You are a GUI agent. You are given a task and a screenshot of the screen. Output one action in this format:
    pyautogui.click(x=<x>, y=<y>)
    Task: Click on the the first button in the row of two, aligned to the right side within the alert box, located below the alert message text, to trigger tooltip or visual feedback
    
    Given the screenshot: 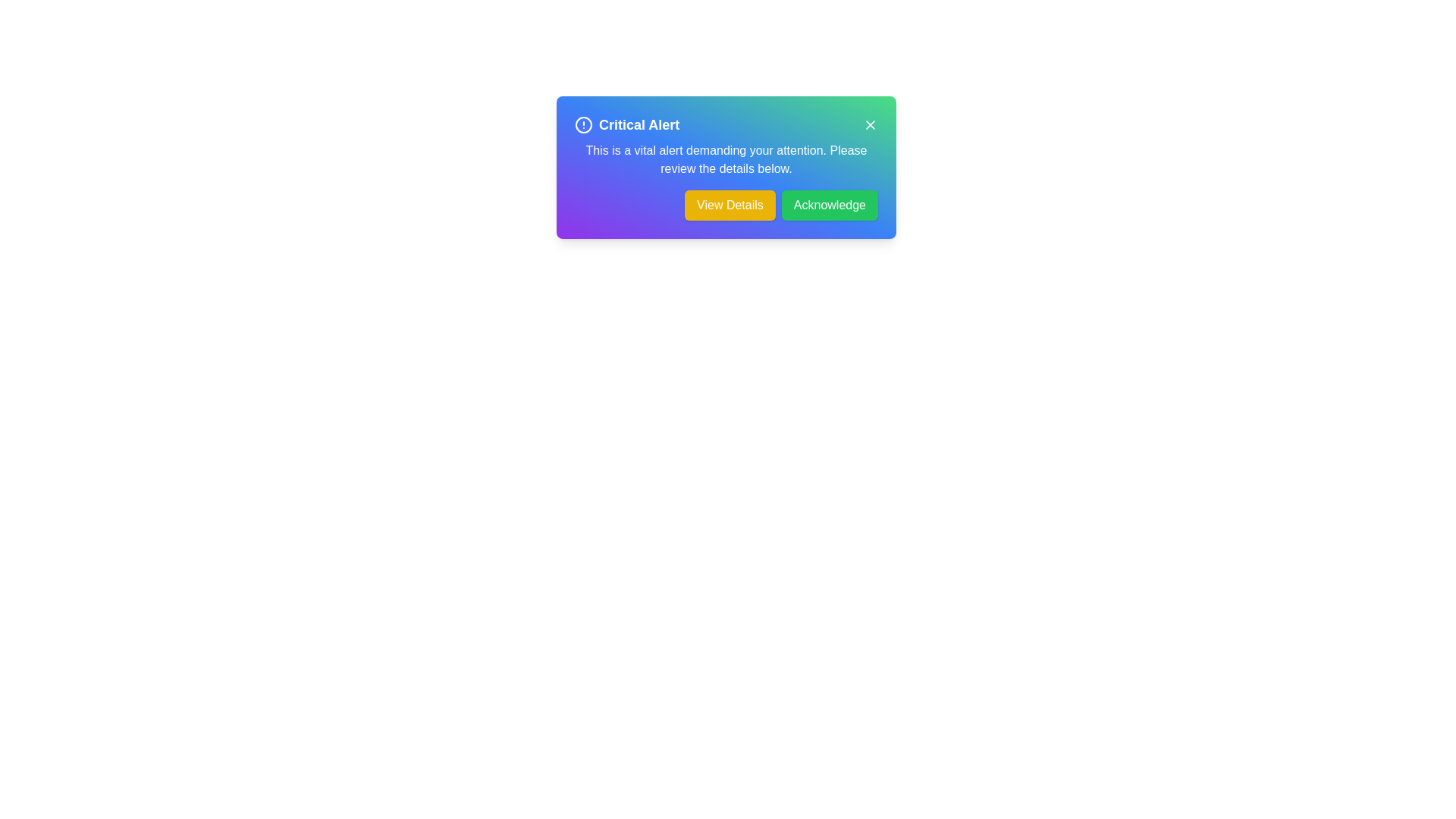 What is the action you would take?
    pyautogui.click(x=726, y=205)
    